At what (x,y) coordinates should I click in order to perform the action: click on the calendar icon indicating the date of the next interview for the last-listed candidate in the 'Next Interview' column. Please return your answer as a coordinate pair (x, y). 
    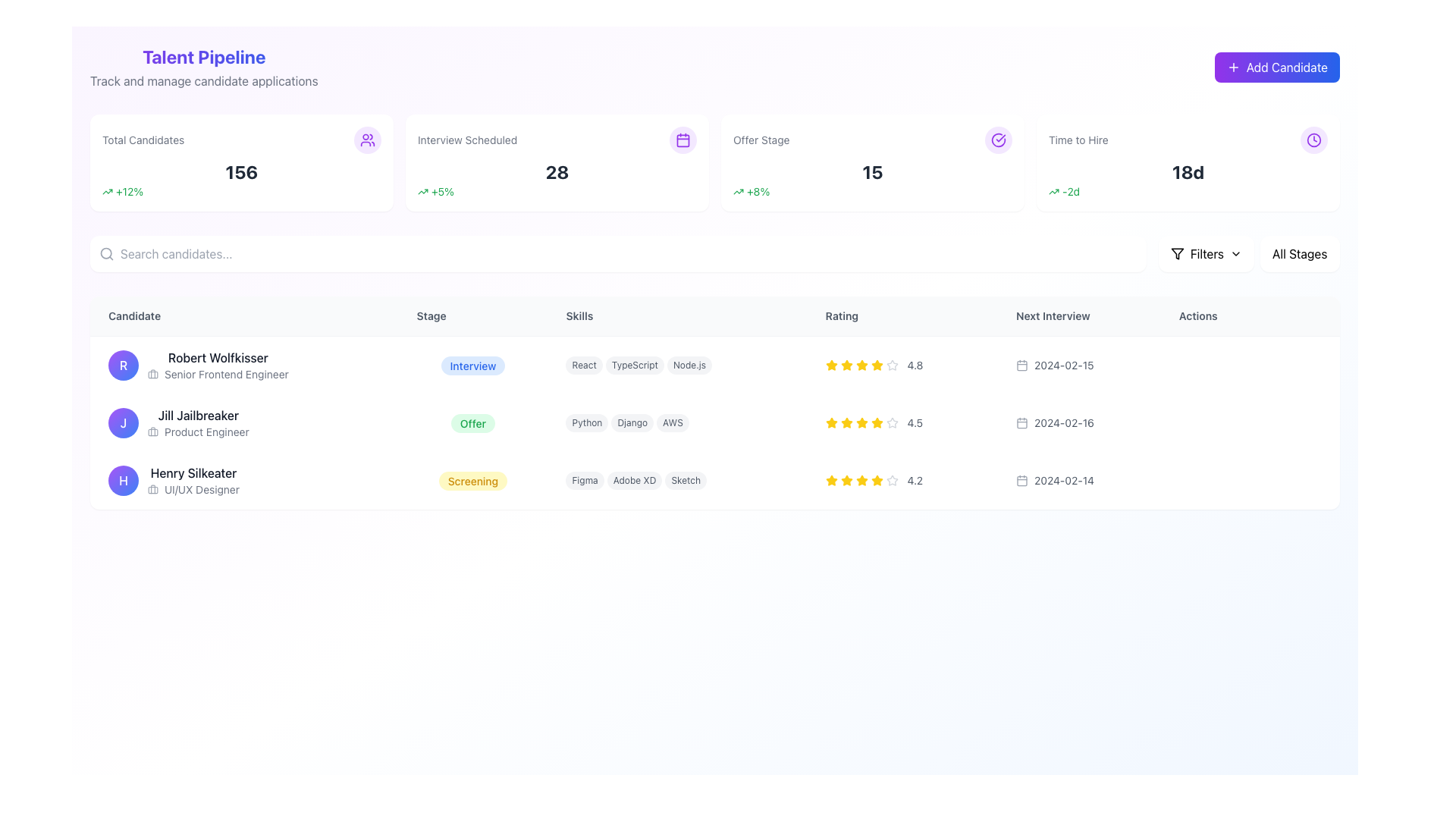
    Looking at the image, I should click on (1022, 480).